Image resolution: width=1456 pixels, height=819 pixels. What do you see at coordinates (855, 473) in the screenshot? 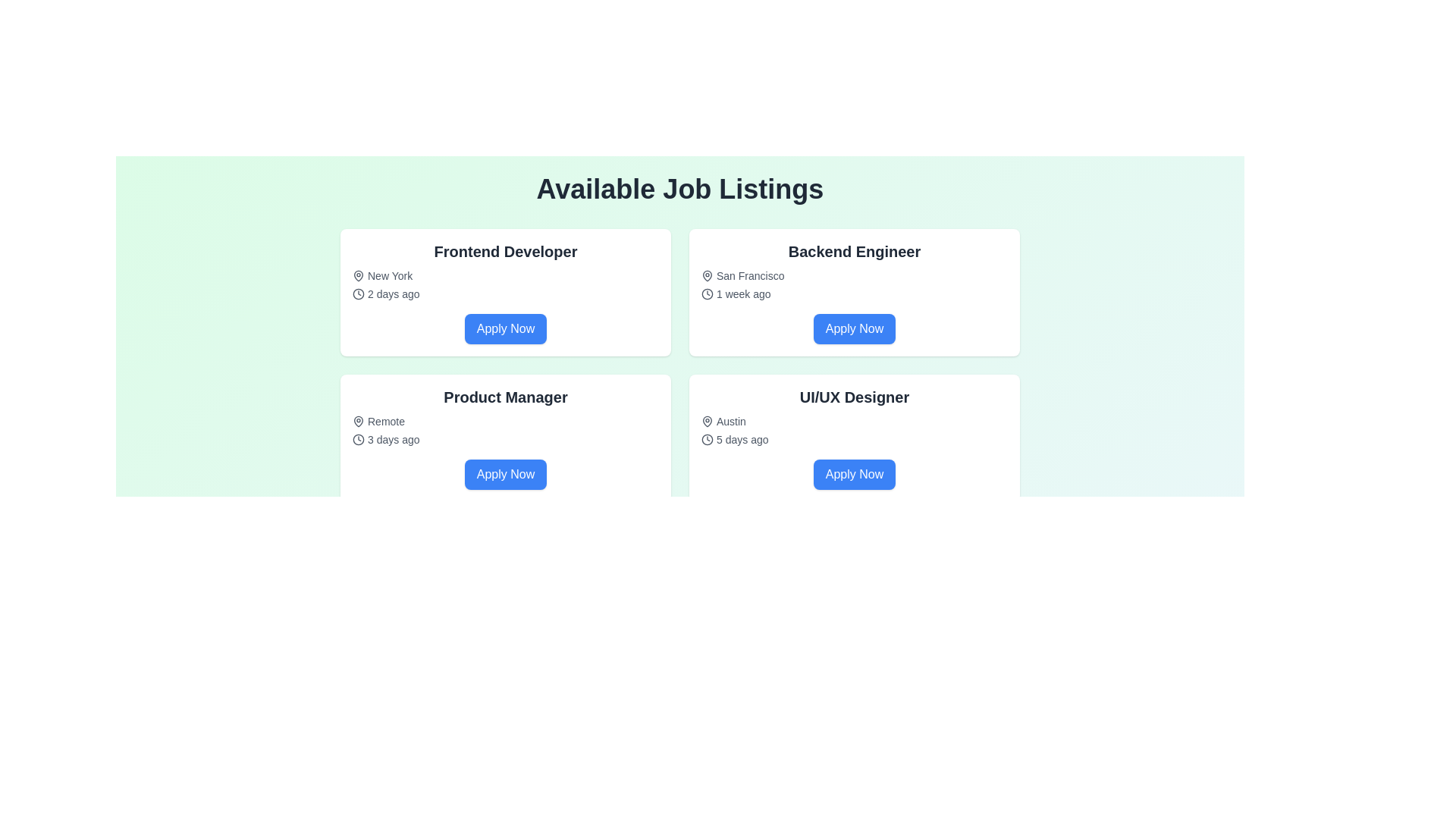
I see `the 'Apply Now' button with white text on a blue background located in the bottom-right corner of the 'UI/UX Designer' job listing card to apply for the job` at bounding box center [855, 473].